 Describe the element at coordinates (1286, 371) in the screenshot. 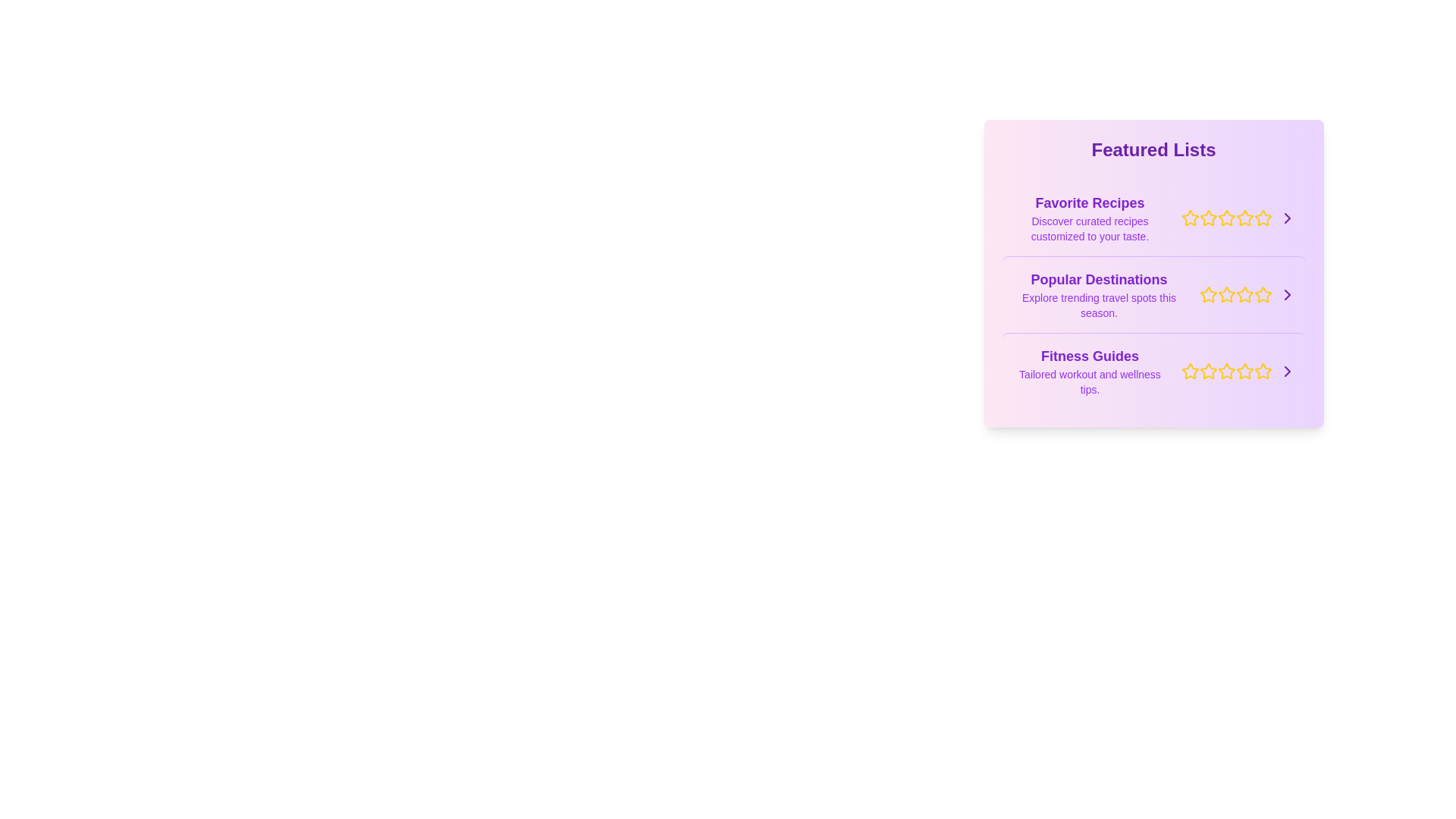

I see `the chevron icon to navigate to the detailed information of Fitness Guides` at that location.